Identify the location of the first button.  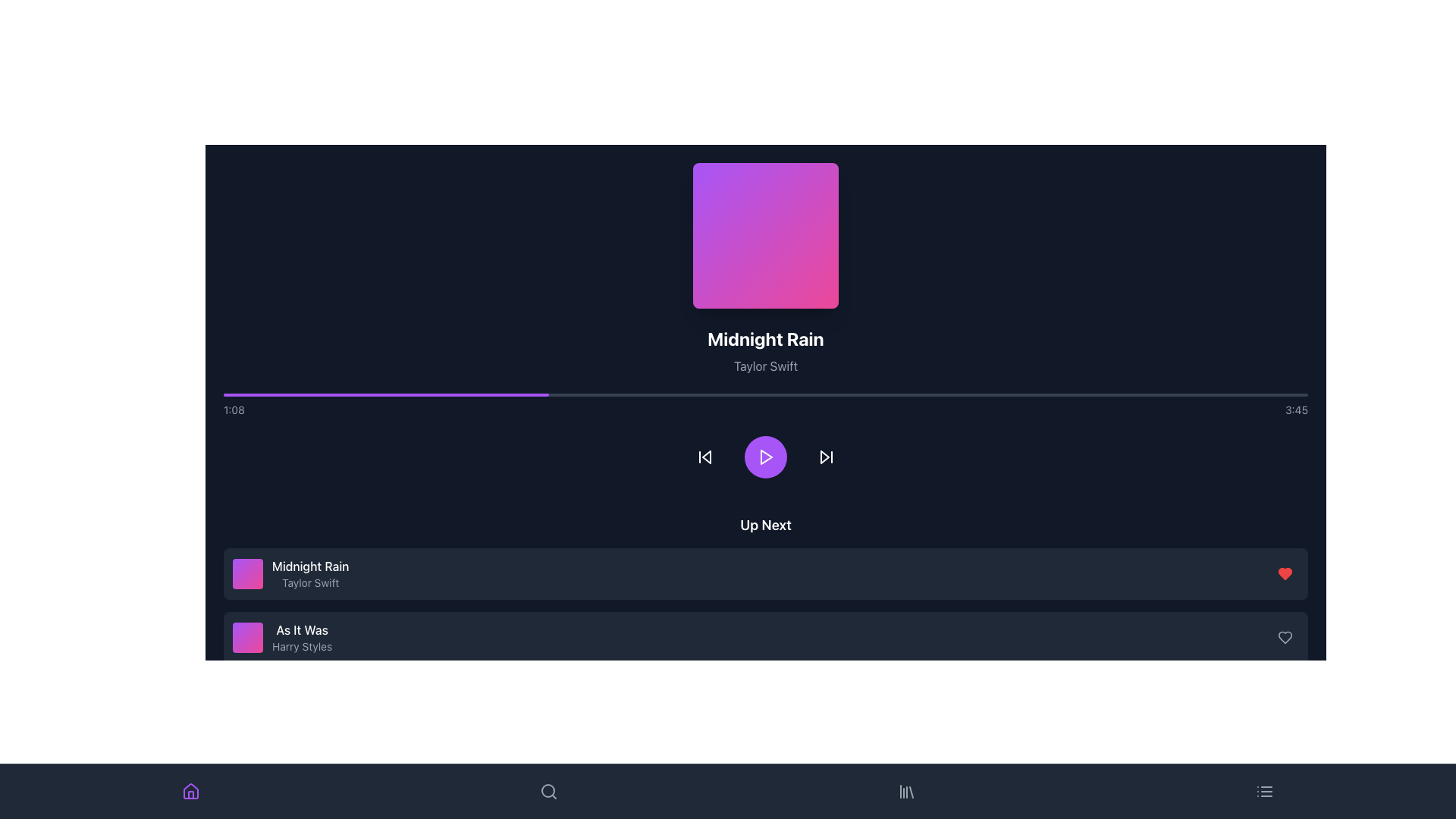
(704, 456).